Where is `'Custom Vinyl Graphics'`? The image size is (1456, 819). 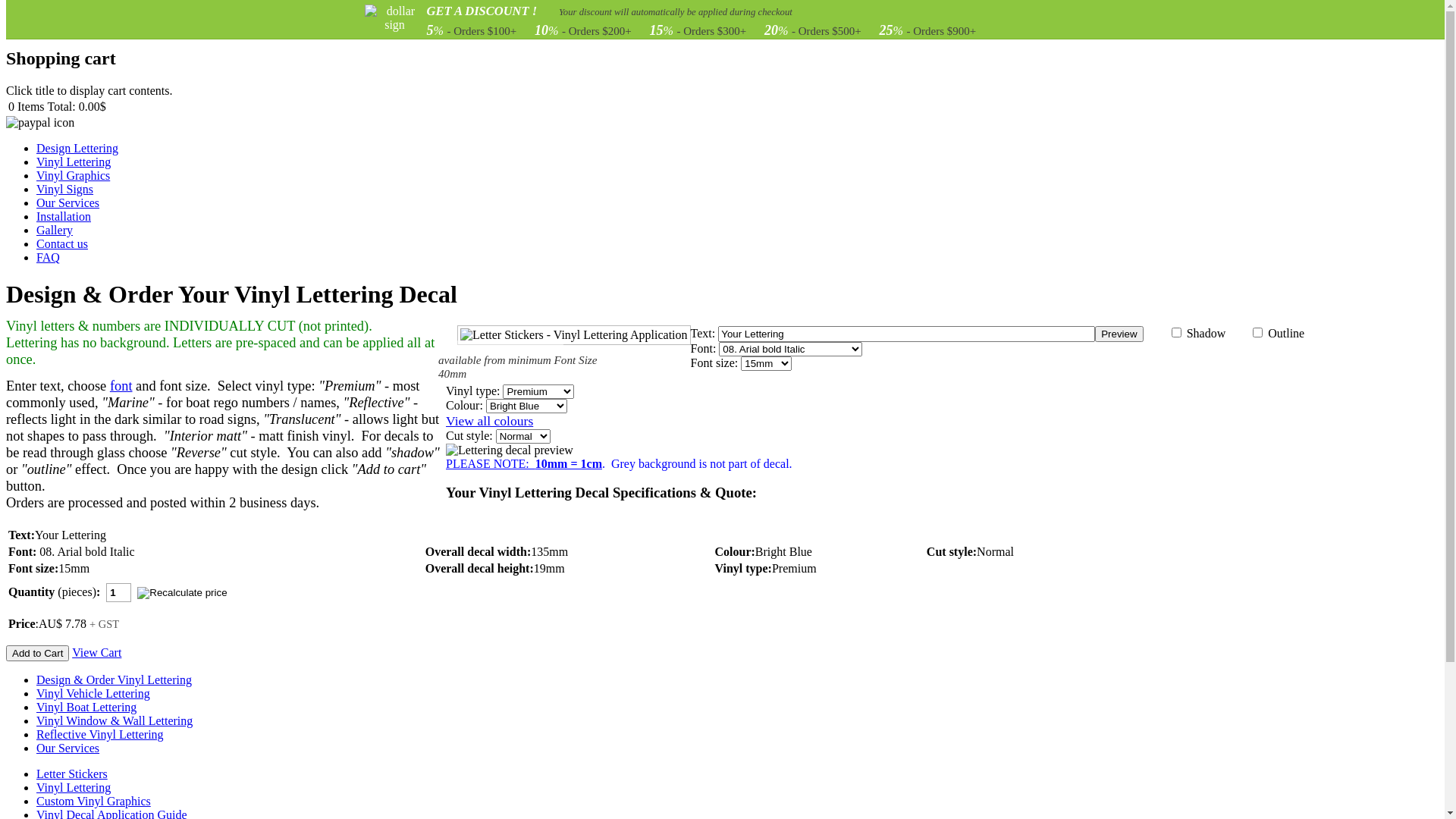
'Custom Vinyl Graphics' is located at coordinates (93, 800).